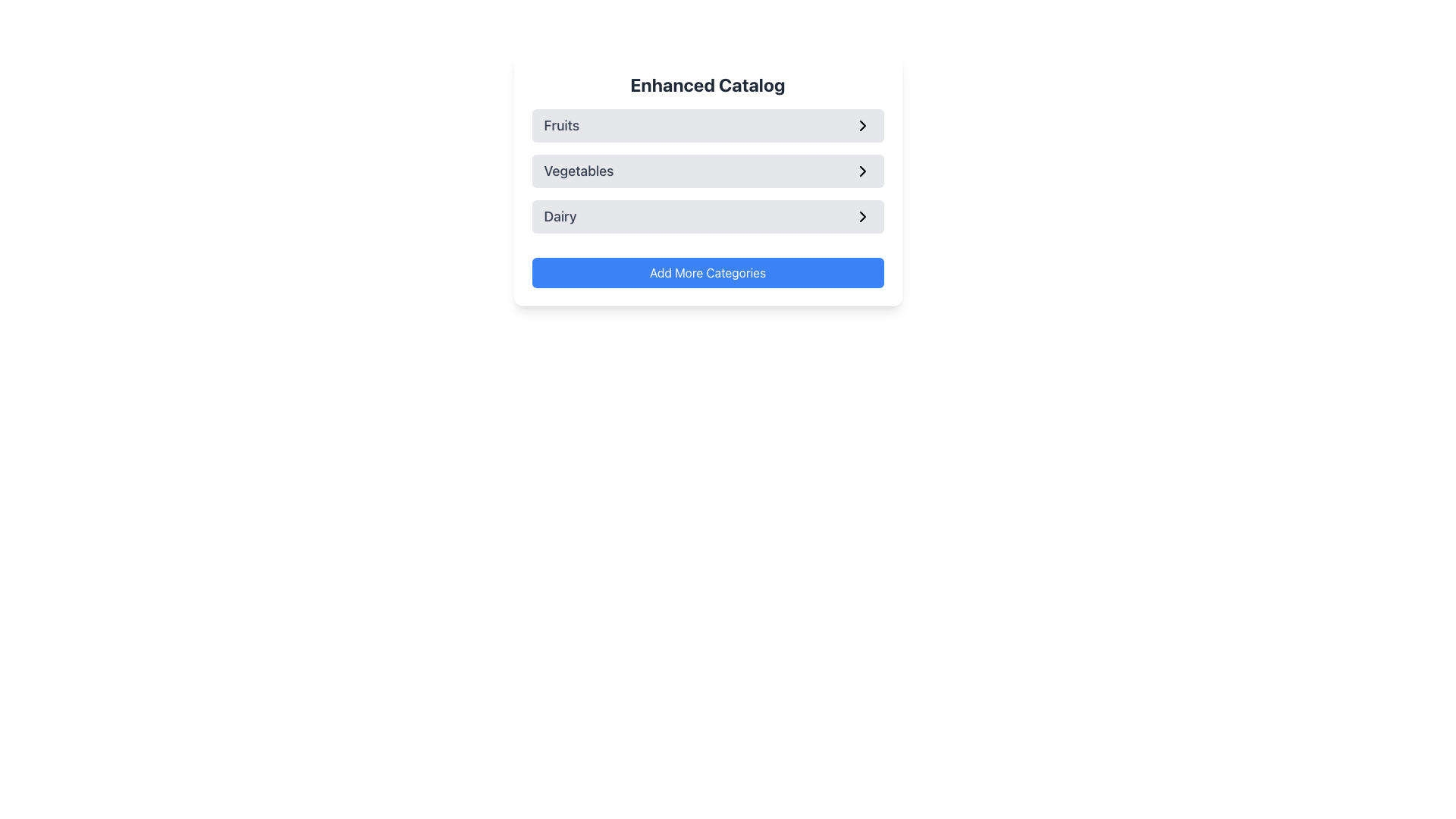  Describe the element at coordinates (707, 124) in the screenshot. I see `the 'Fruits' button, which is a light gray rectangular box with rounded corners, displaying the word 'Fruits' in bold dark gray font` at that location.